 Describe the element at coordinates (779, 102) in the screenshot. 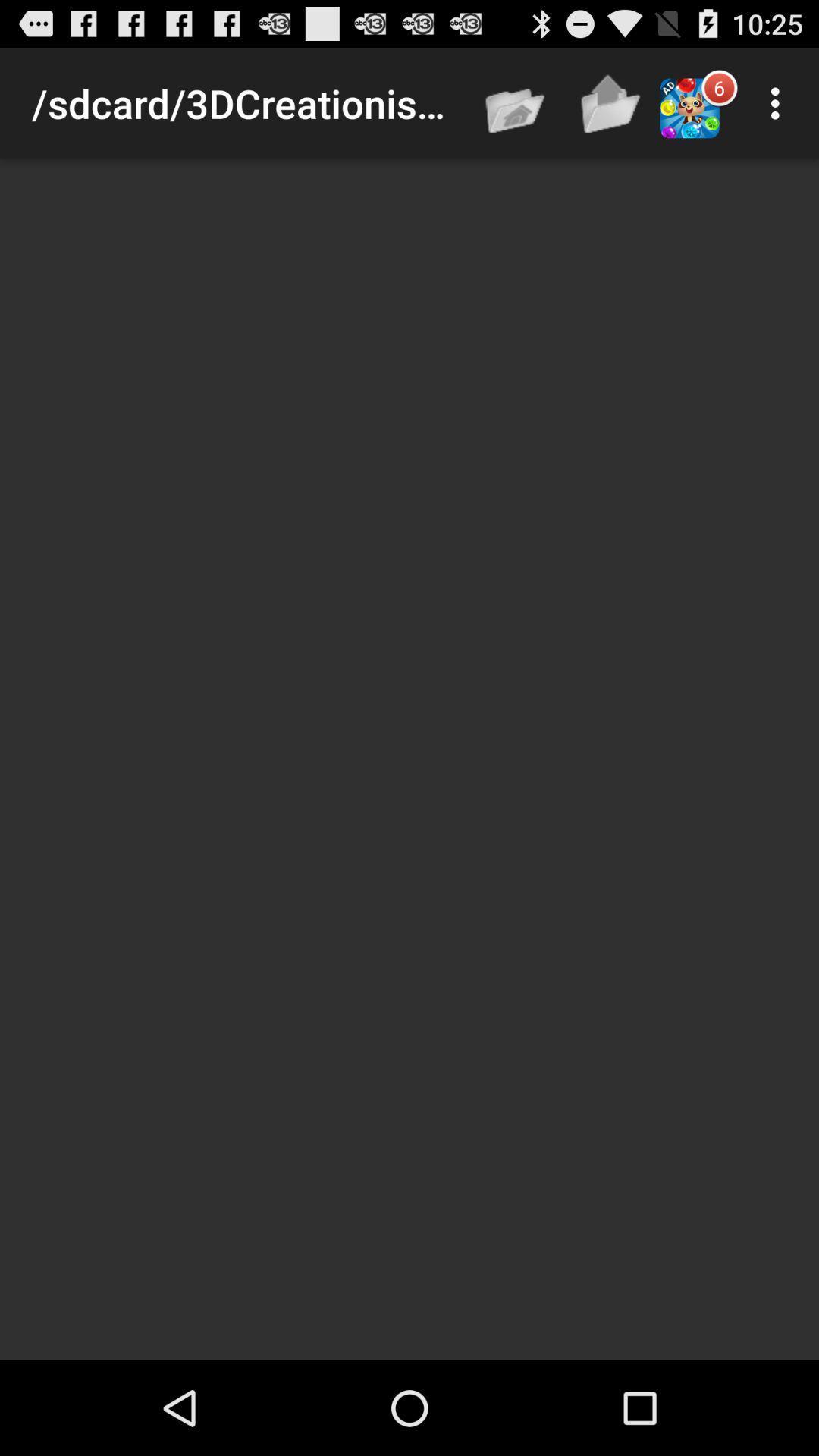

I see `icon next to 6` at that location.